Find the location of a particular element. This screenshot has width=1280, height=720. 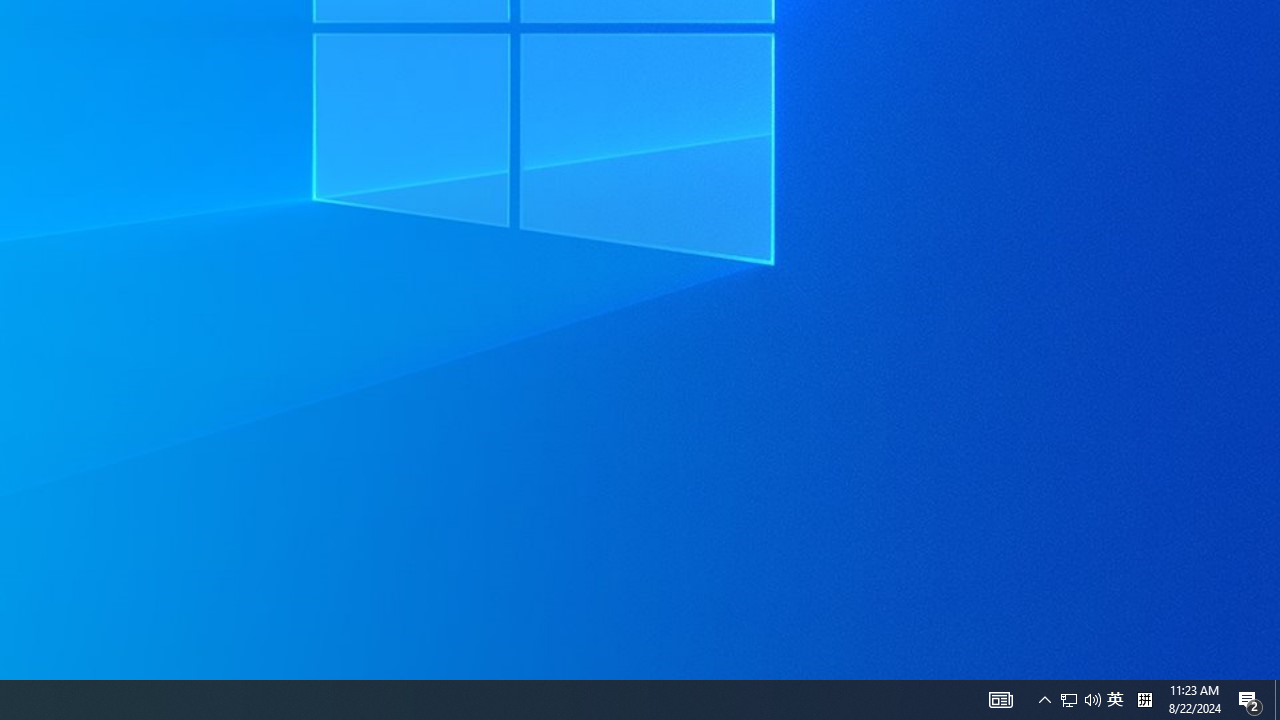

'Action Center, 2 new notifications' is located at coordinates (1250, 698).